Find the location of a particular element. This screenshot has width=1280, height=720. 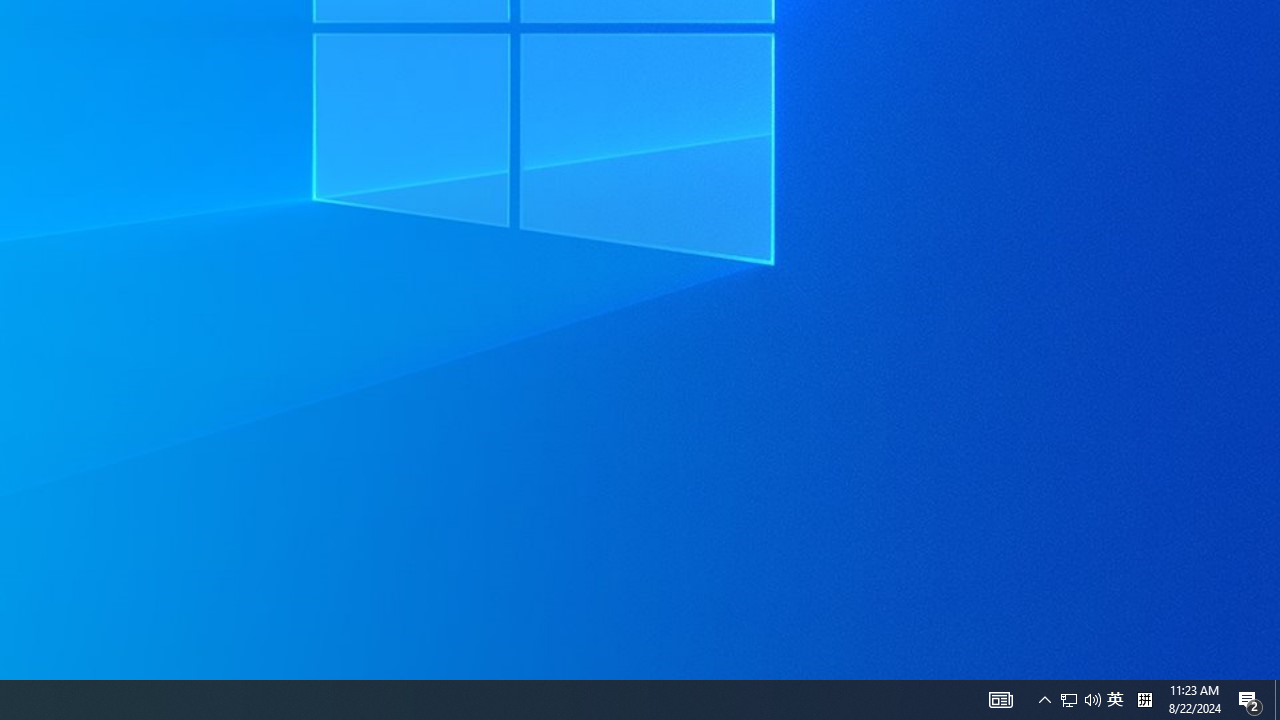

'Action Center, 2 new notifications' is located at coordinates (1250, 698).